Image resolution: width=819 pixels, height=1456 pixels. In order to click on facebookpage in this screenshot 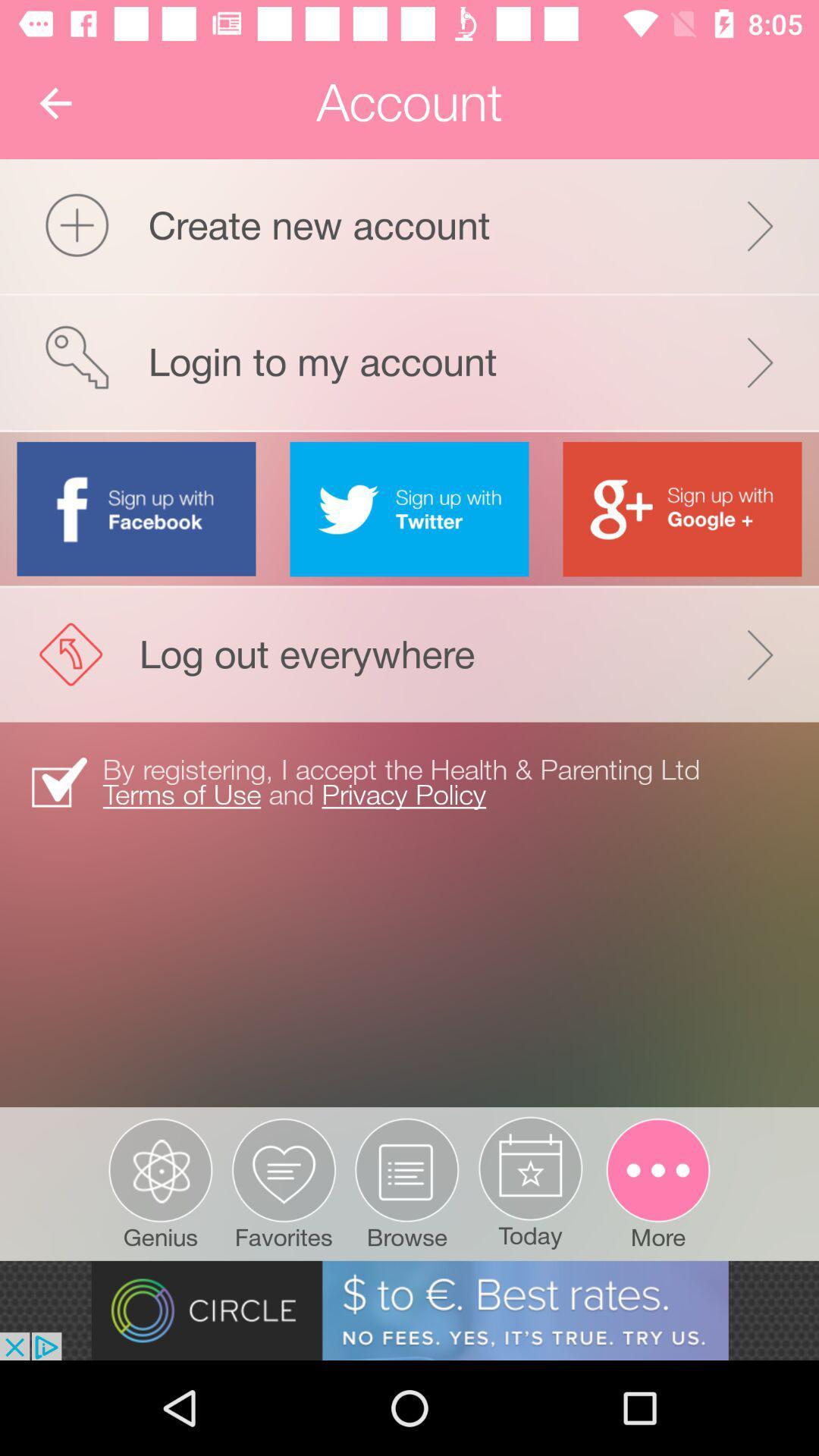, I will do `click(136, 508)`.